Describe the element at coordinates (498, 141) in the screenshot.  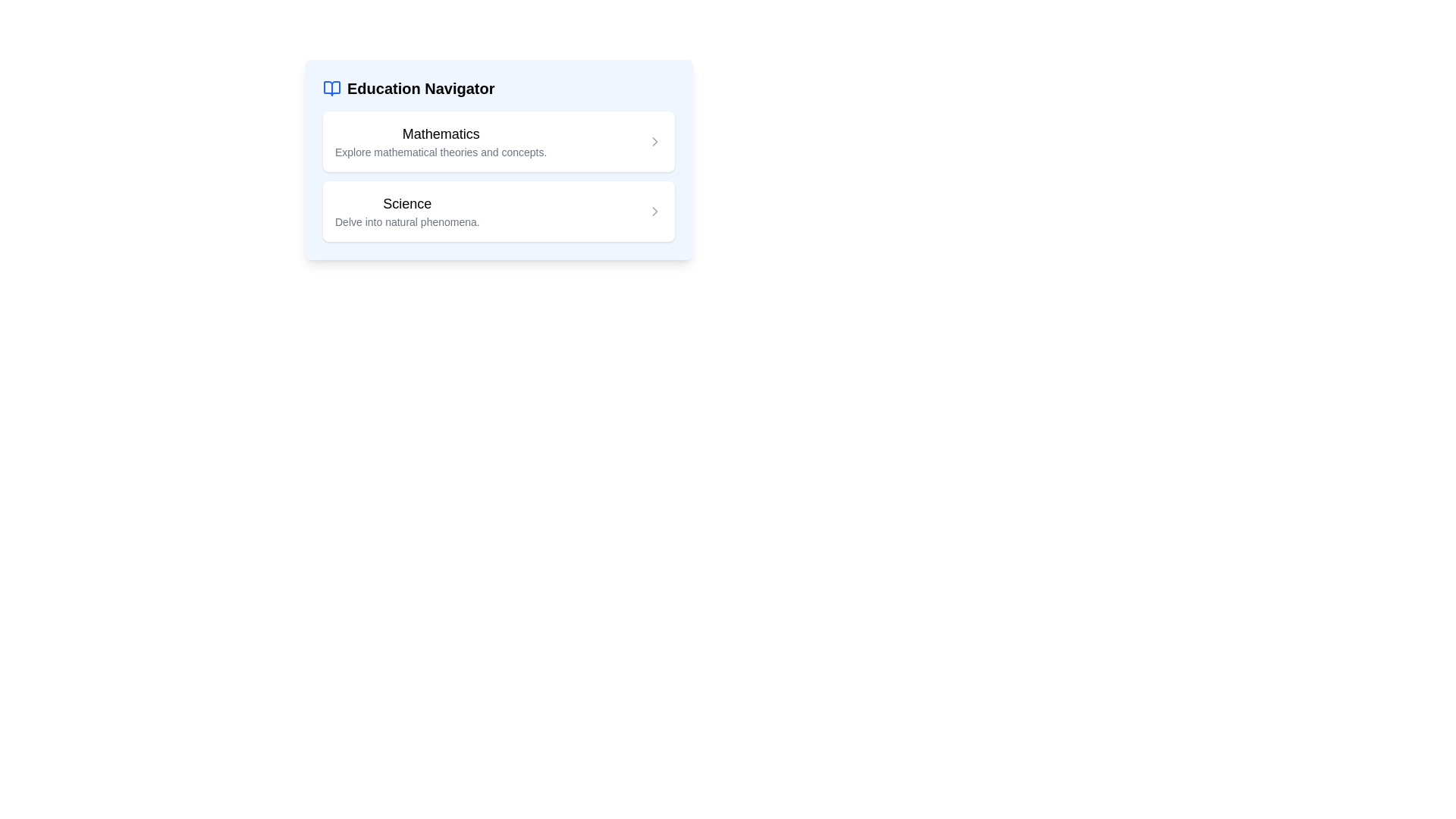
I see `the first card in the 'Education Navigator' section that represents the 'Mathematics' navigation option` at that location.